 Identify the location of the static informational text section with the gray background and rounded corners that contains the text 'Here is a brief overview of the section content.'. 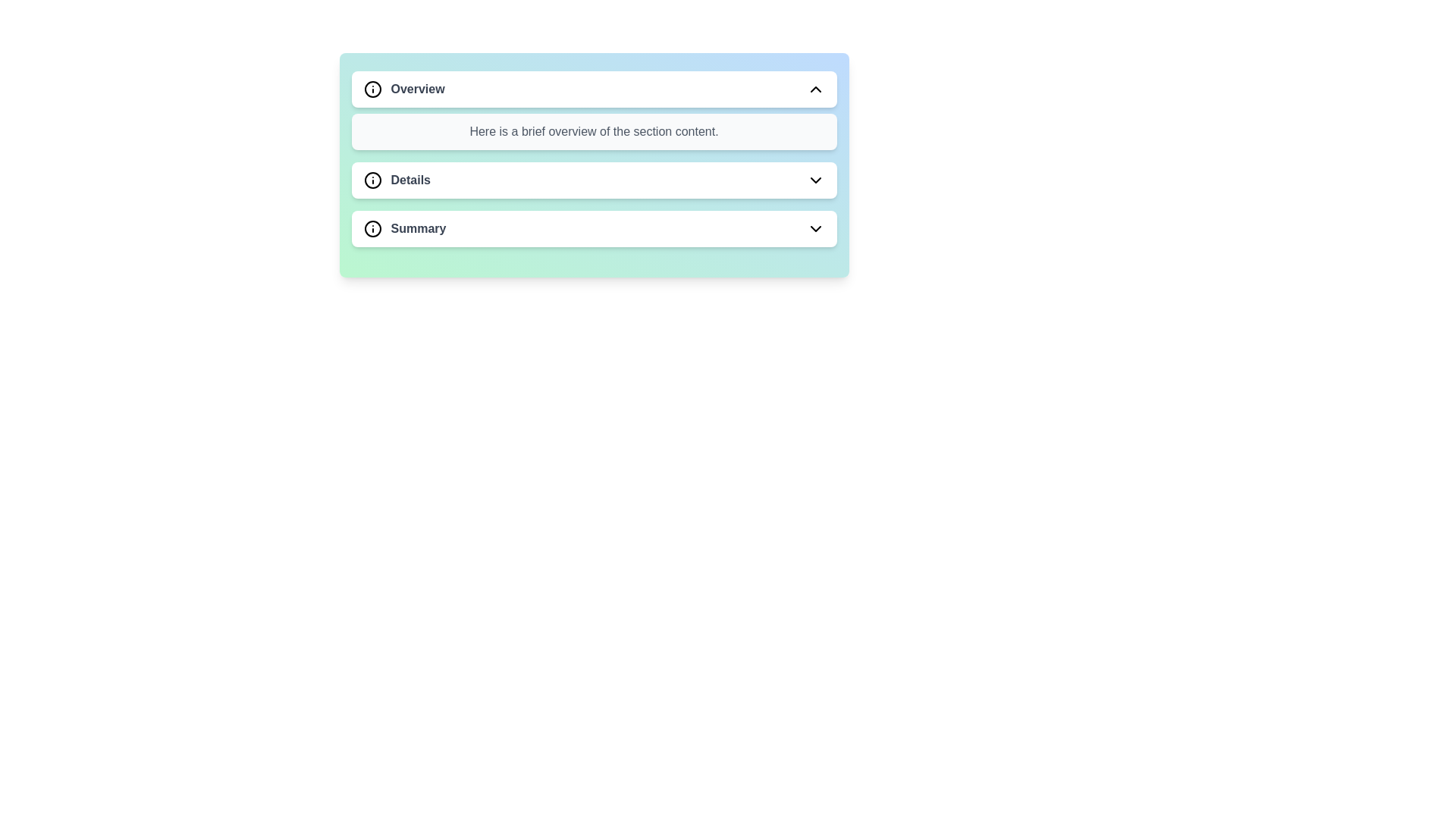
(593, 130).